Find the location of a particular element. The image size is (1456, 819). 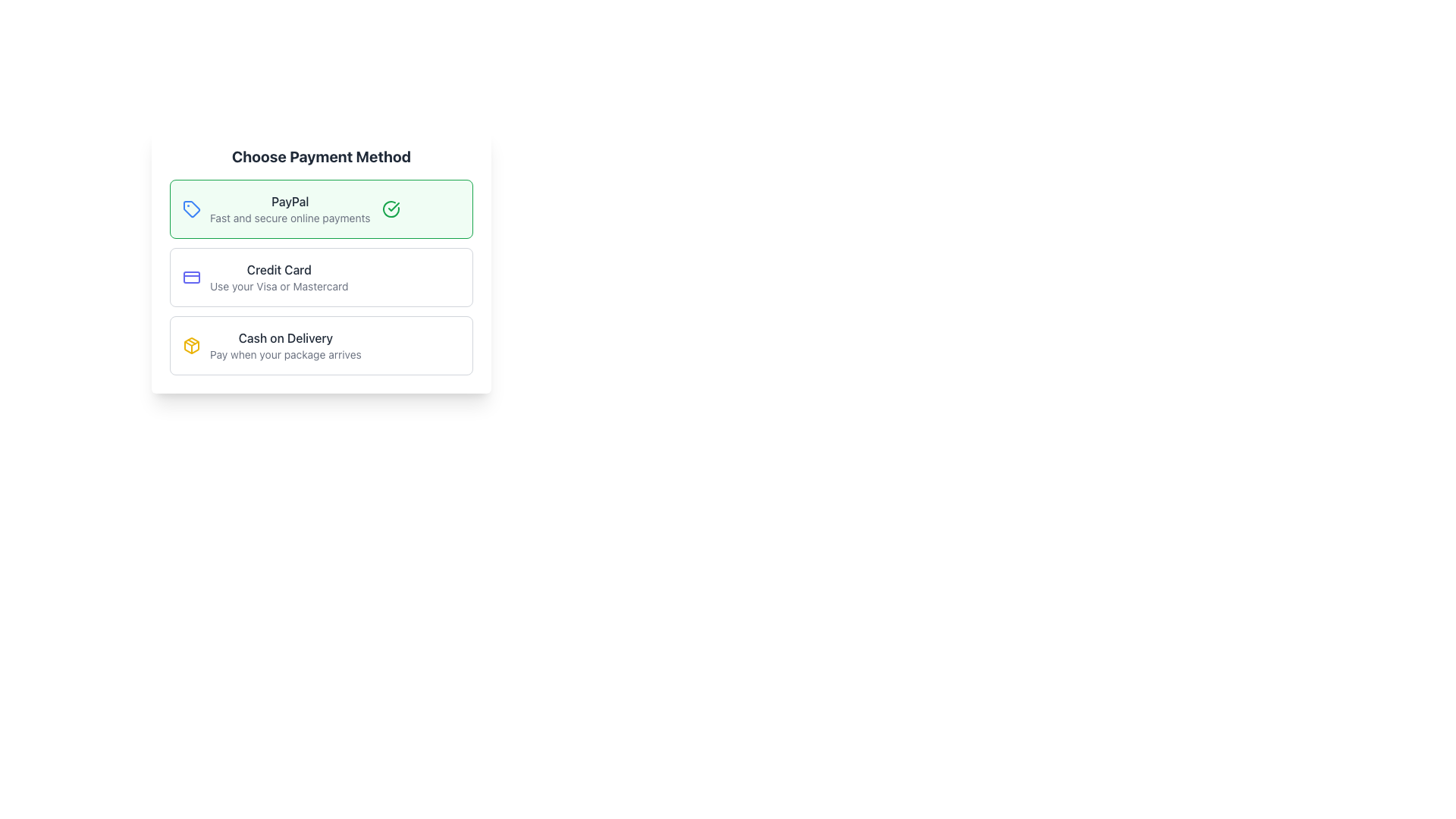

the selectable payment method option for credit card payment, which is the second item in the vertical list of payment methods, located between 'PayPal' and 'Cash on Delivery' is located at coordinates (265, 278).